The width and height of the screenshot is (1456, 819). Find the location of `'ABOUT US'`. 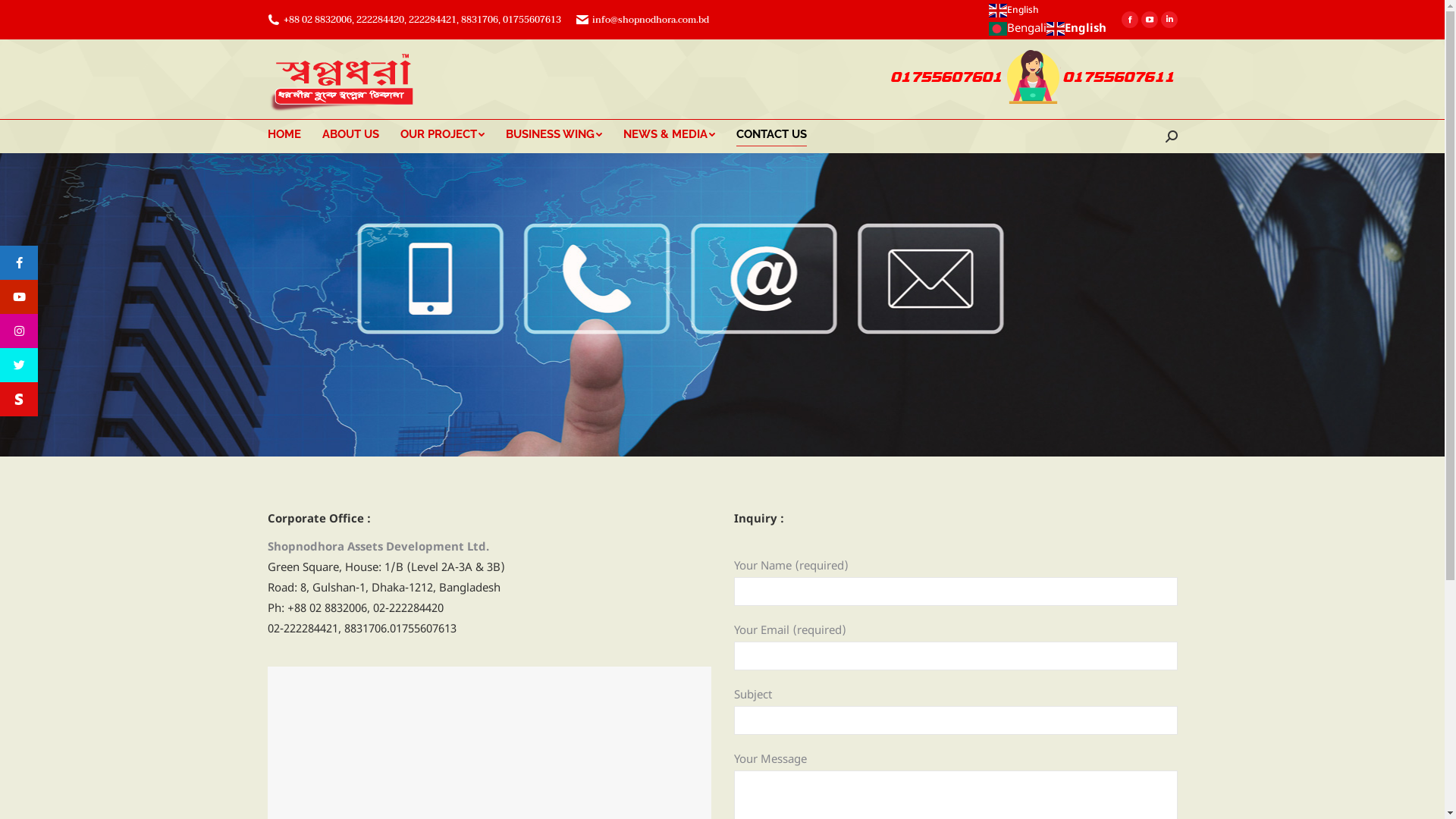

'ABOUT US' is located at coordinates (359, 133).